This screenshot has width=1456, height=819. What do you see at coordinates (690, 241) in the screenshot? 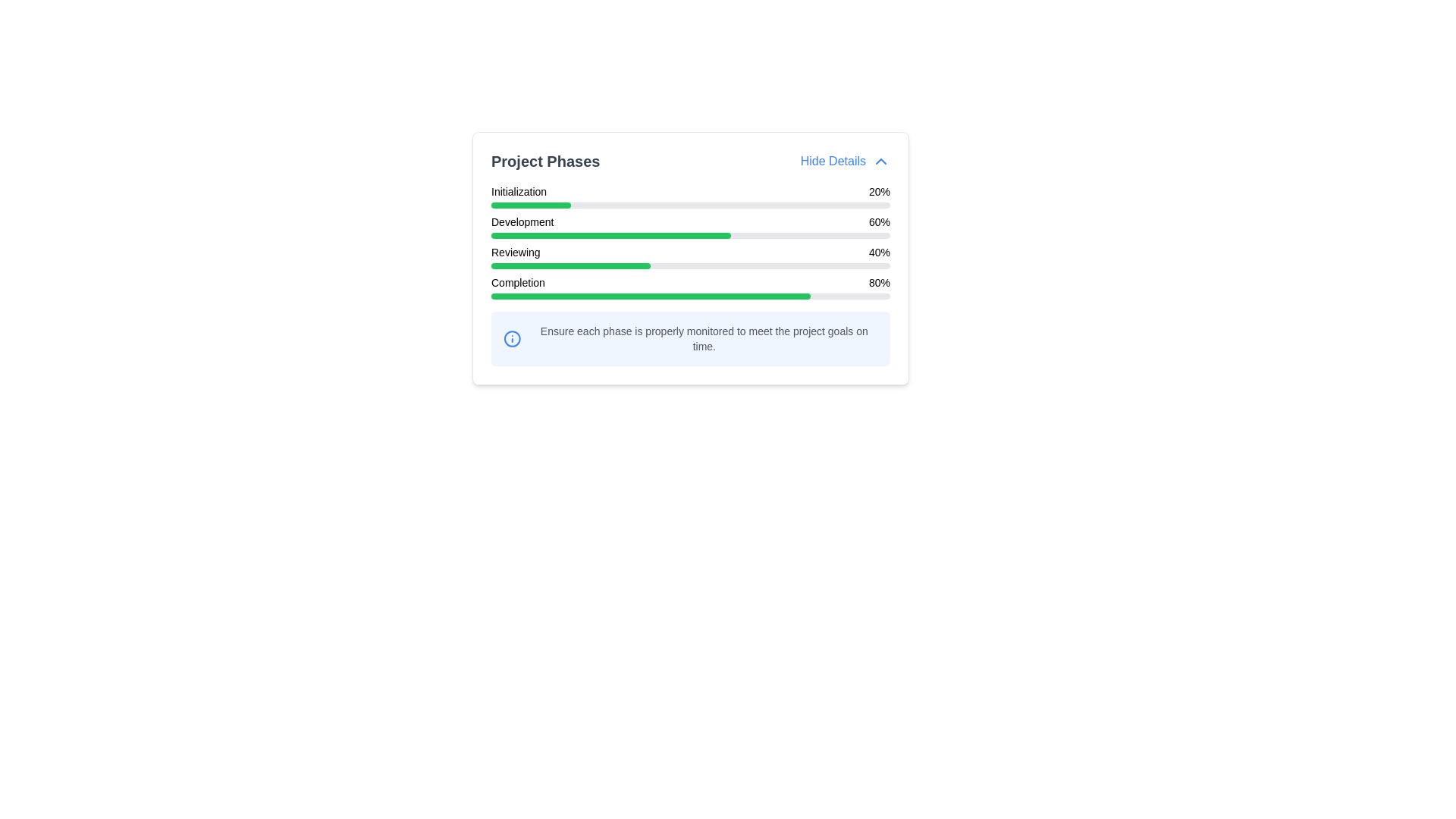
I see `the ProgressBar that visually represents the 60% completion of the 'Development' phase located under the 'Project Phases' header` at bounding box center [690, 241].